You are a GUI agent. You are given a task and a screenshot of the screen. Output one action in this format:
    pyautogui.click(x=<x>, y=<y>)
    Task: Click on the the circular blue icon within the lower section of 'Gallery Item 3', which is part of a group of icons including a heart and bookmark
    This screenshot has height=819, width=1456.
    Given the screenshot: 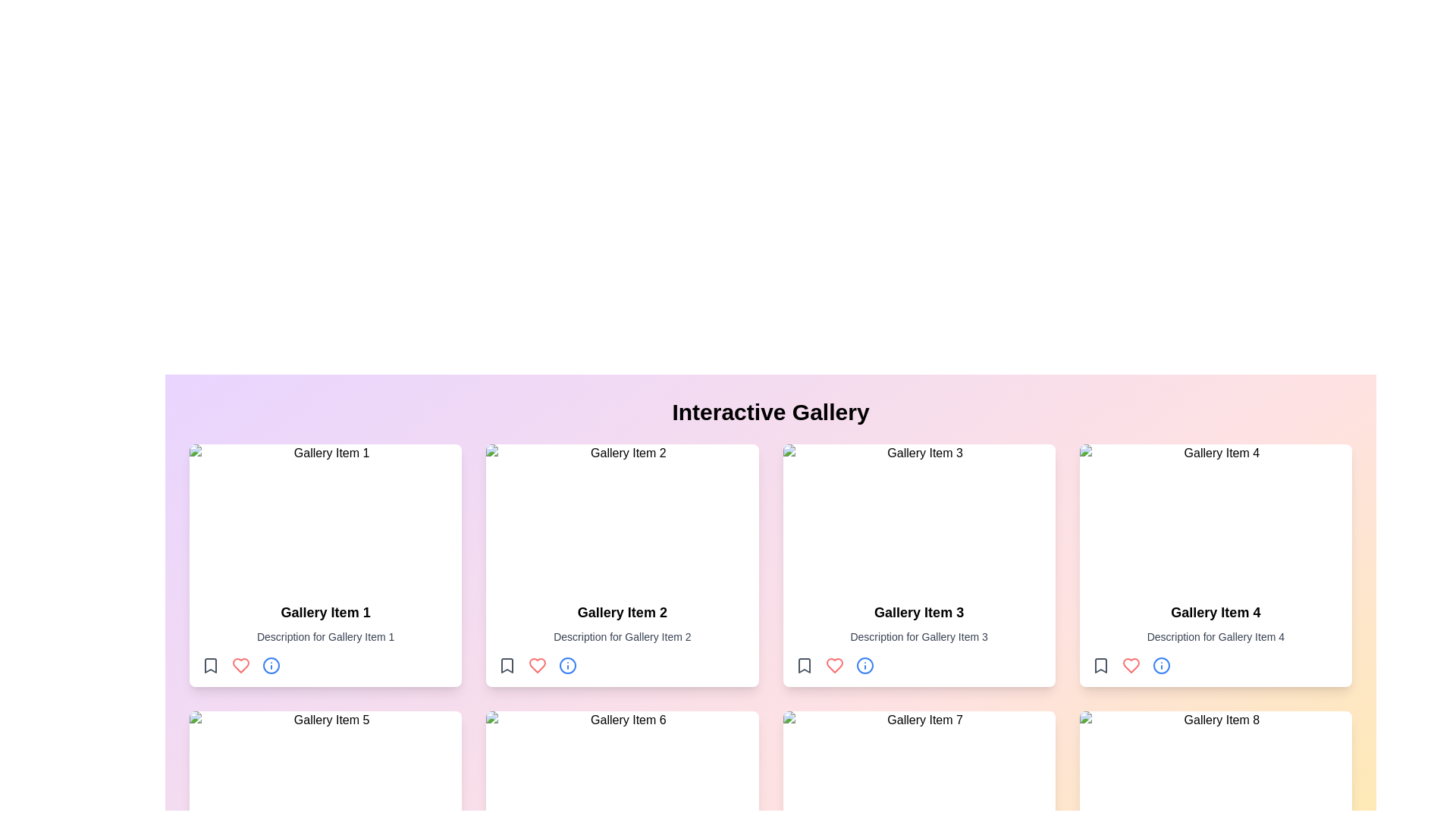 What is the action you would take?
    pyautogui.click(x=864, y=665)
    